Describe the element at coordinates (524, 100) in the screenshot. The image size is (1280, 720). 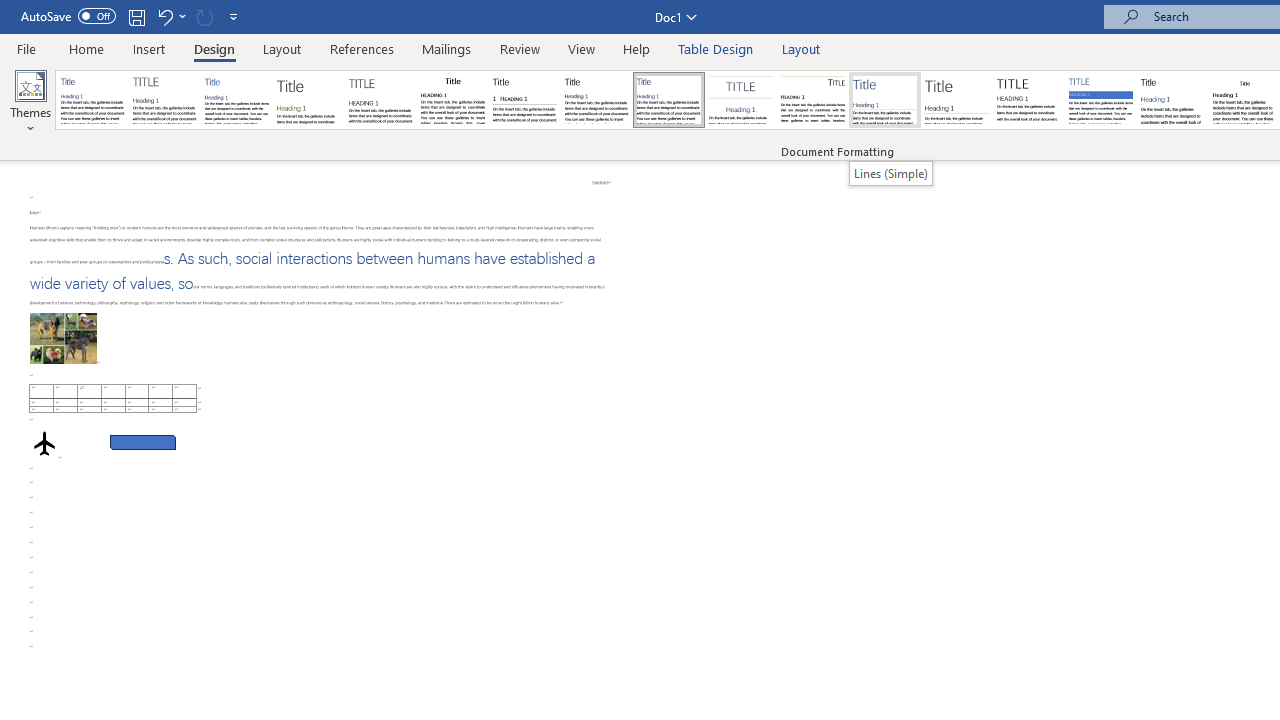
I see `'Black & White (Numbered)'` at that location.